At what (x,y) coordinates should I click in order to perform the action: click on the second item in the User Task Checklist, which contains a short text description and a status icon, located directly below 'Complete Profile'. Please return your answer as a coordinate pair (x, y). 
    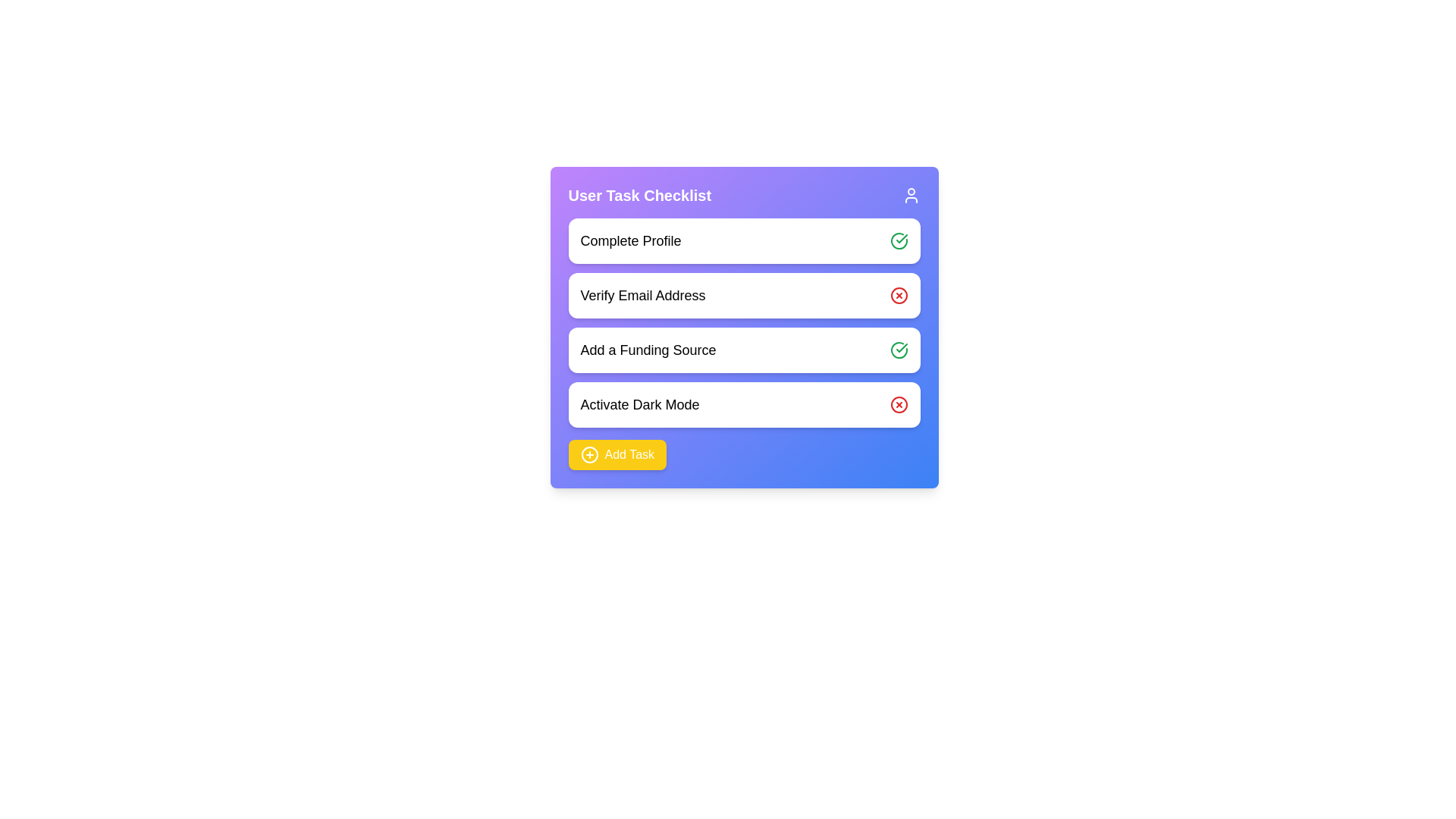
    Looking at the image, I should click on (744, 322).